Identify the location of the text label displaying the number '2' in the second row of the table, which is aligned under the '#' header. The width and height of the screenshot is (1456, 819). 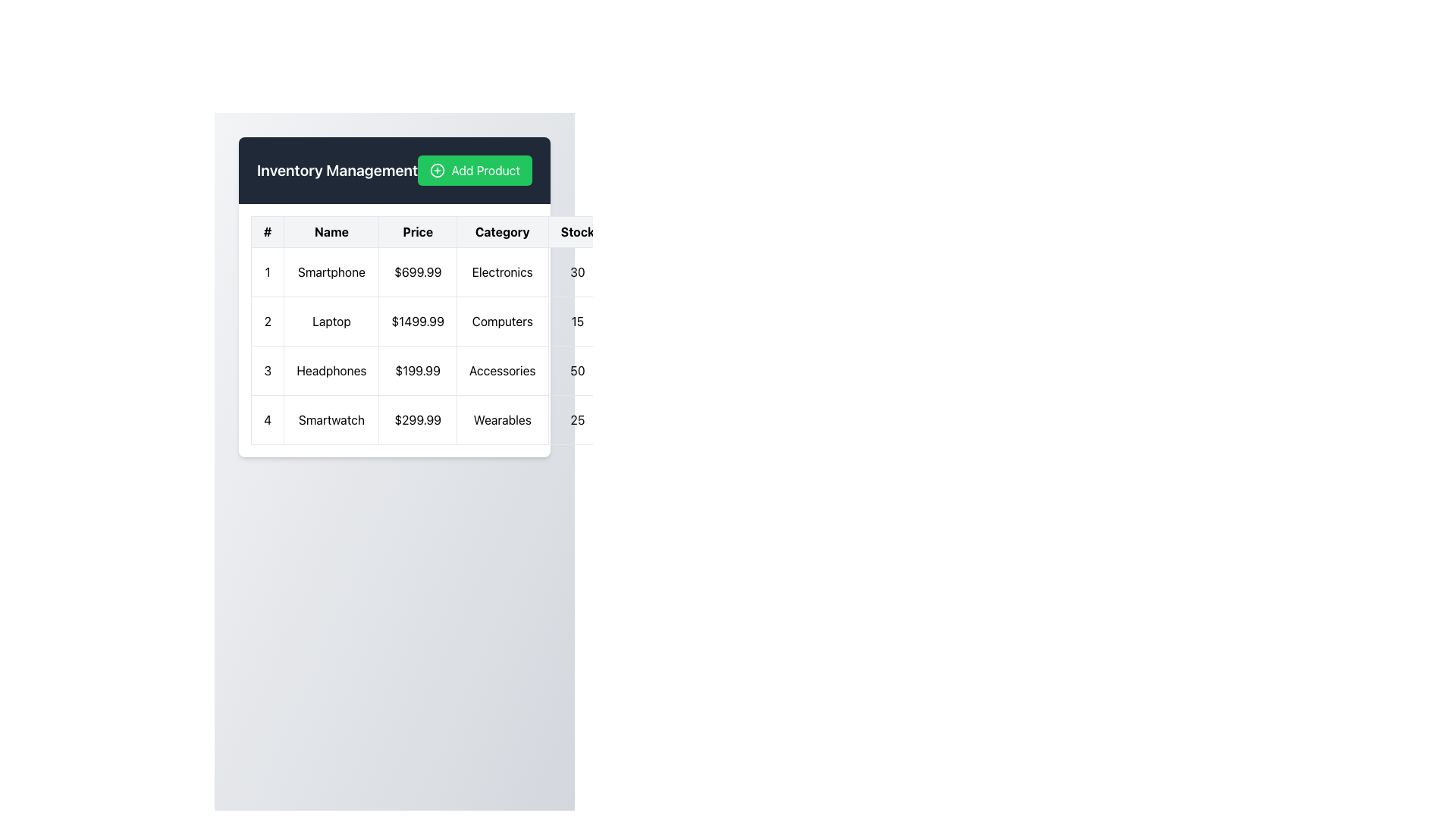
(268, 321).